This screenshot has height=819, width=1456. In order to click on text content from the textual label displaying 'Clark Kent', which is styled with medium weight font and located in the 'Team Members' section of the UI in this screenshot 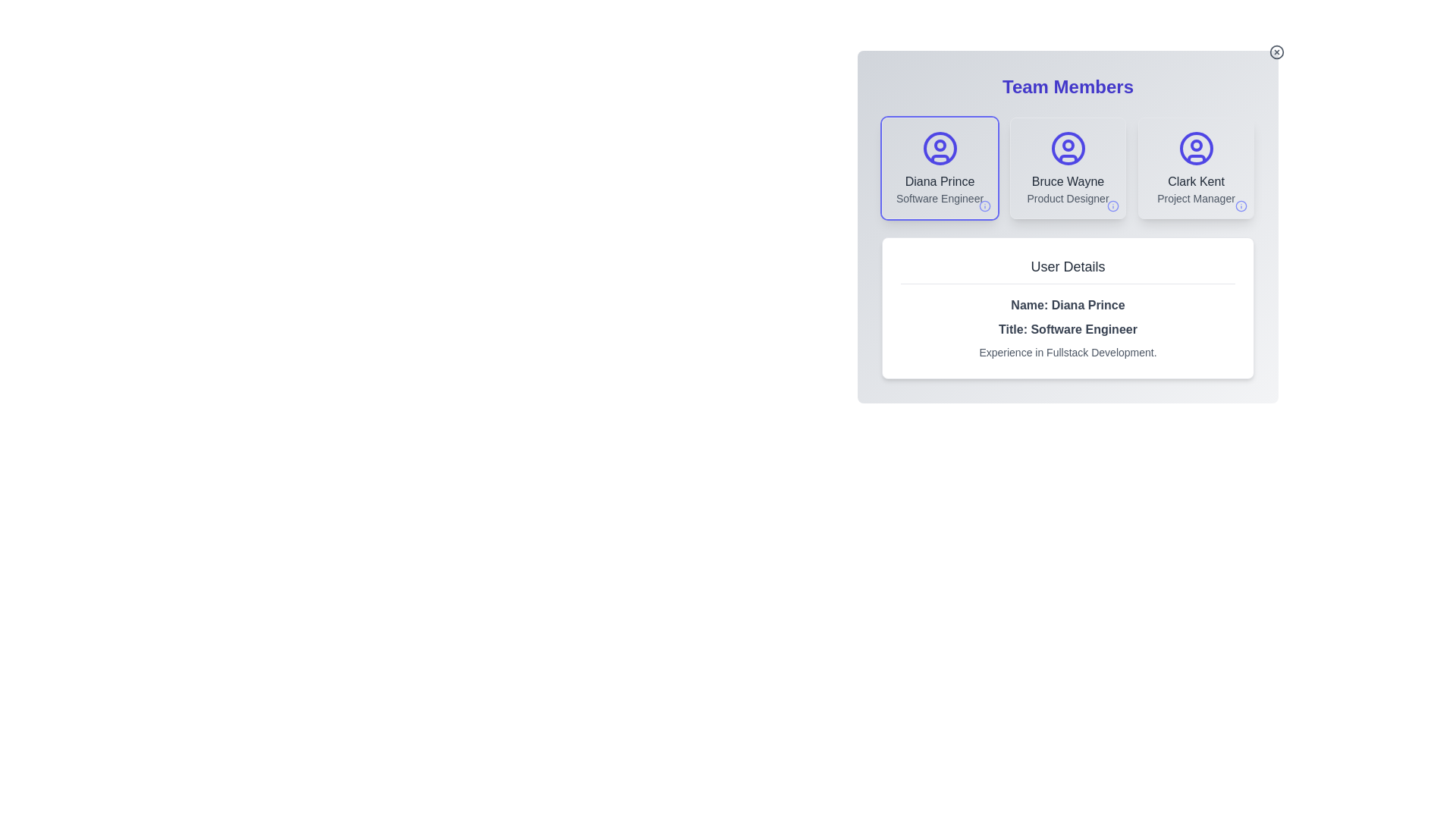, I will do `click(1195, 180)`.